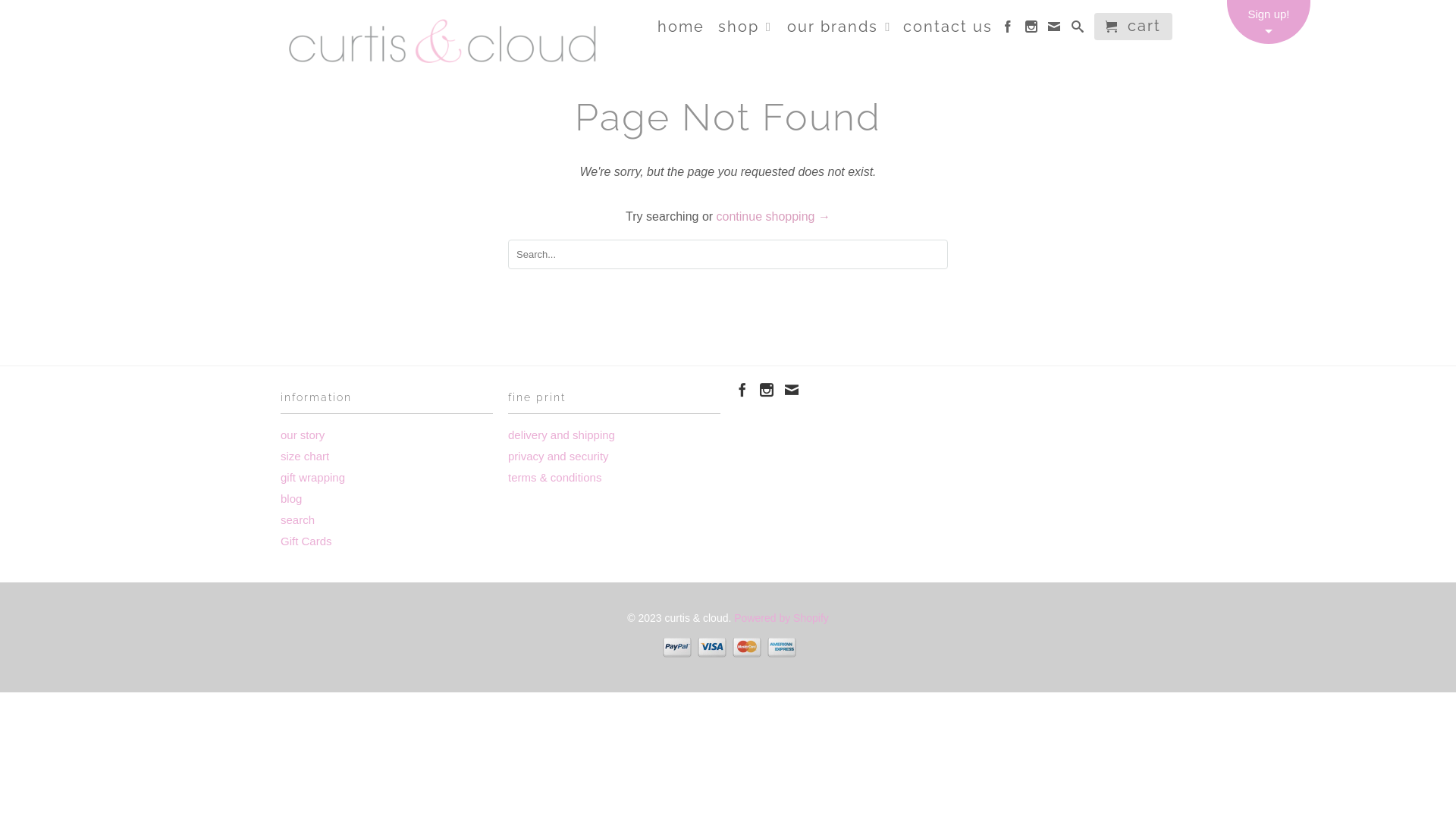  What do you see at coordinates (679, 29) in the screenshot?
I see `'home'` at bounding box center [679, 29].